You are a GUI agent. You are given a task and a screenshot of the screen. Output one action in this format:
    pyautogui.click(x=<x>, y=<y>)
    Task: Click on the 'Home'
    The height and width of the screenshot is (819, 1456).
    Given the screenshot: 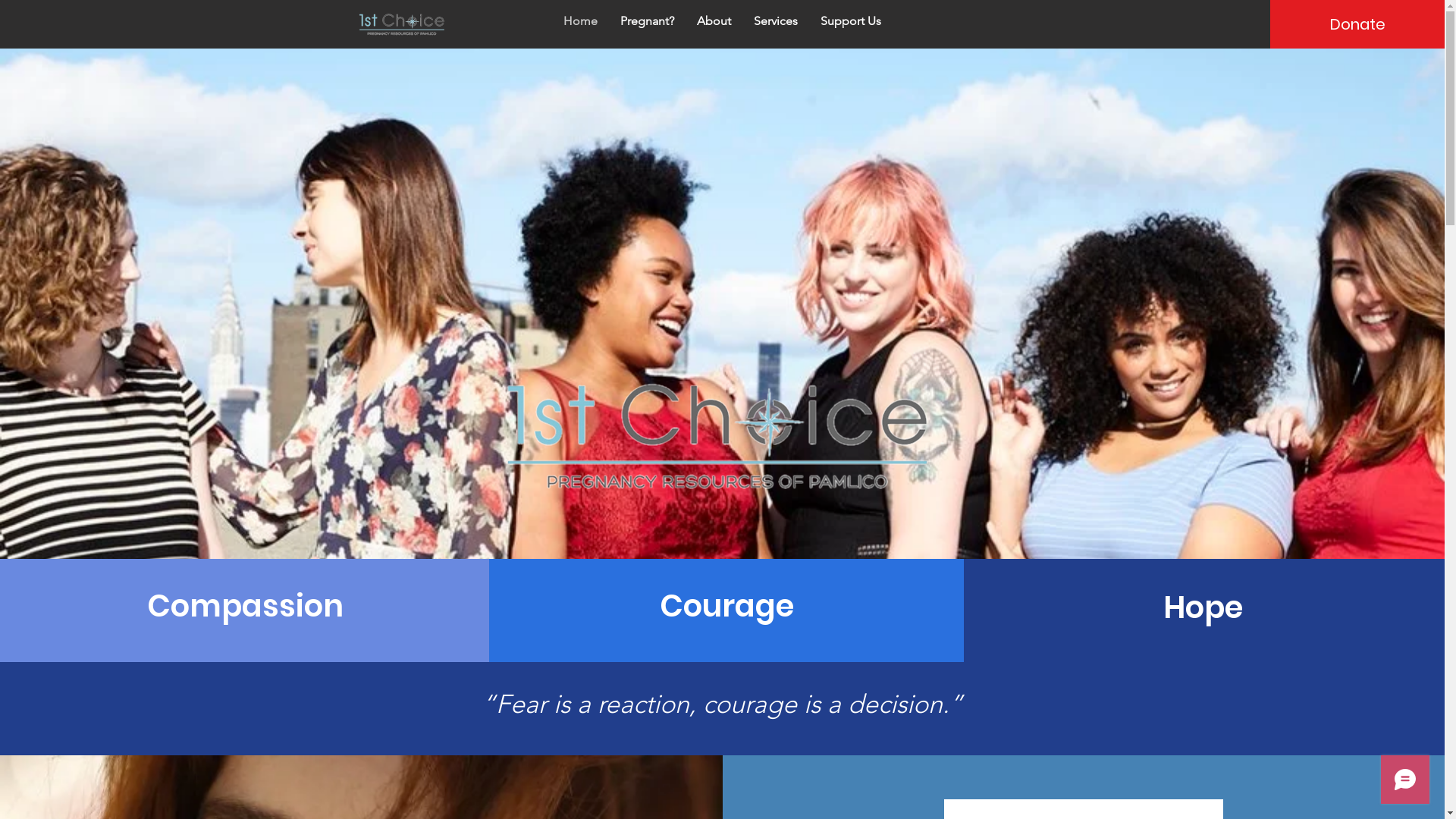 What is the action you would take?
    pyautogui.click(x=579, y=20)
    